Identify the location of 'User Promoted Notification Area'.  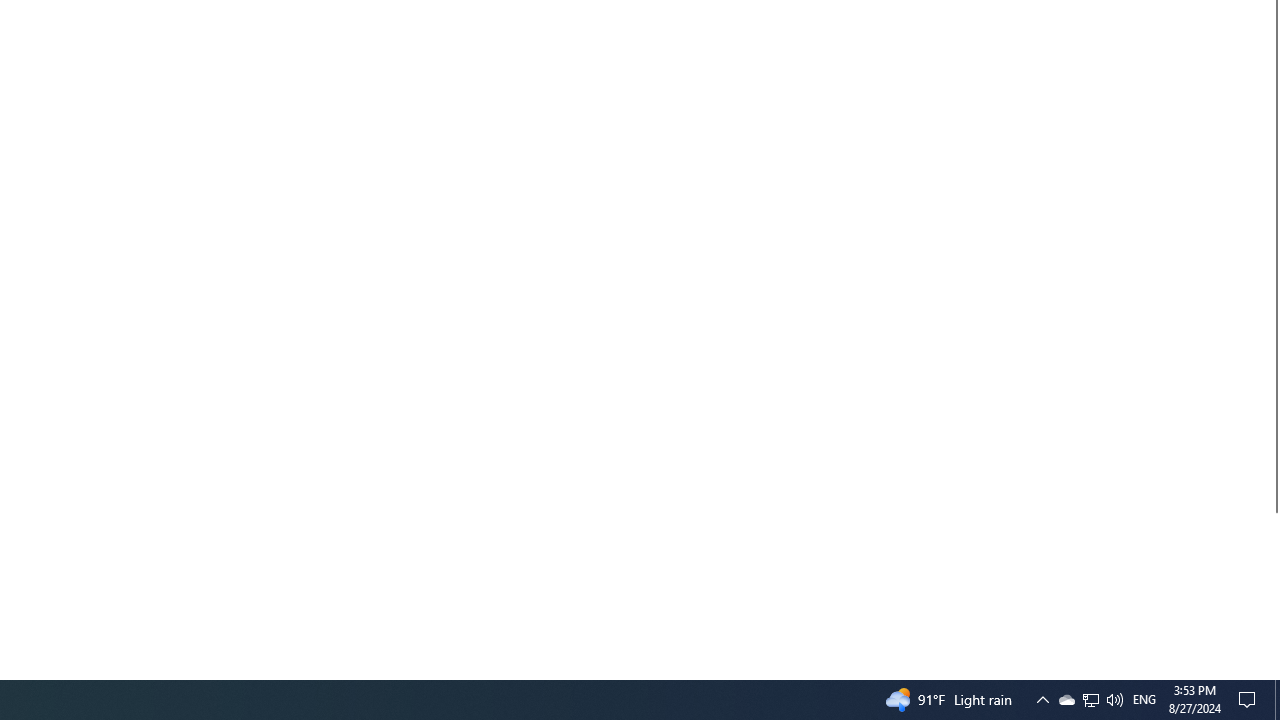
(1089, 698).